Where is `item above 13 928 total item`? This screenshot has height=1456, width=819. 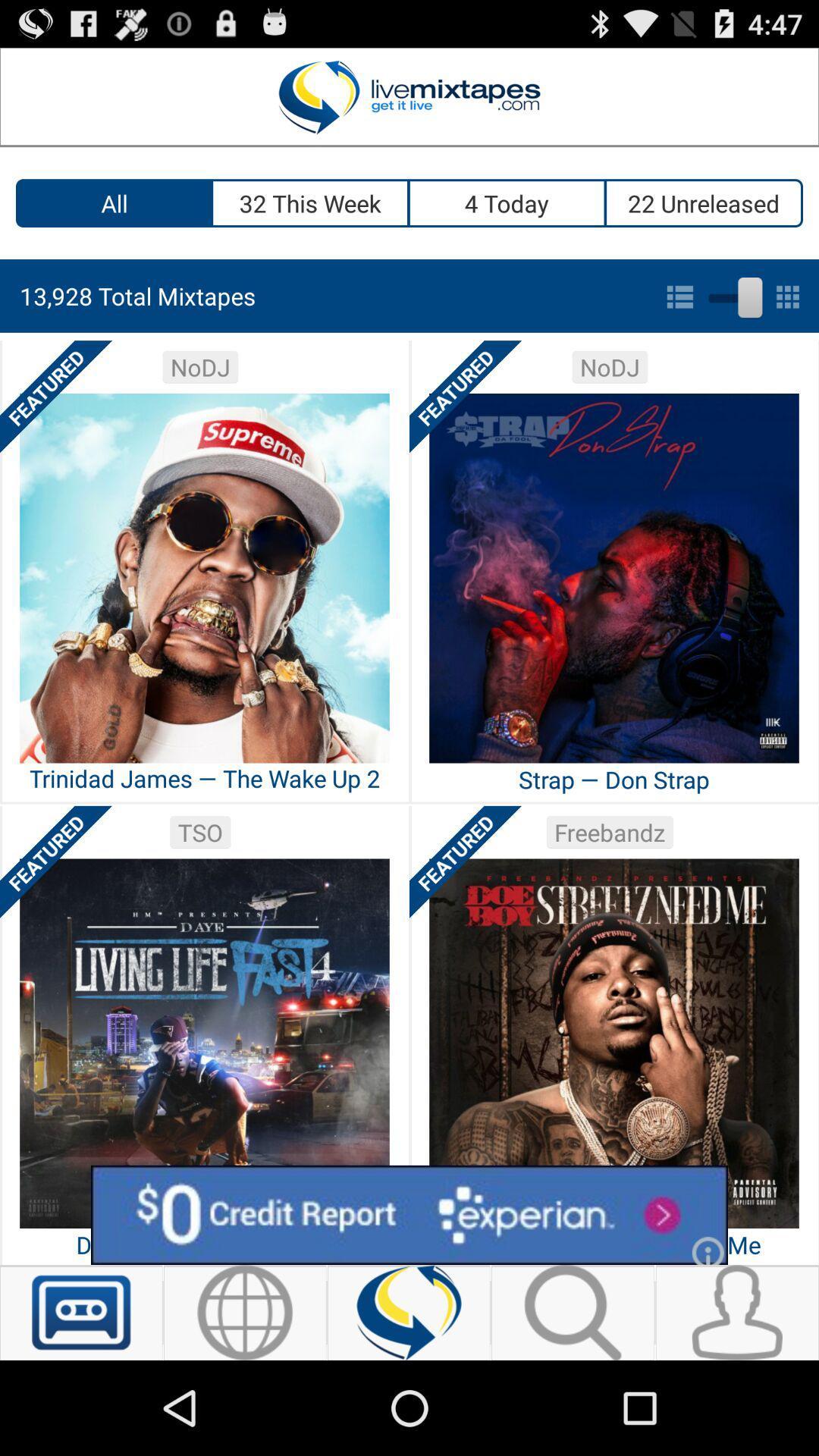 item above 13 928 total item is located at coordinates (507, 202).